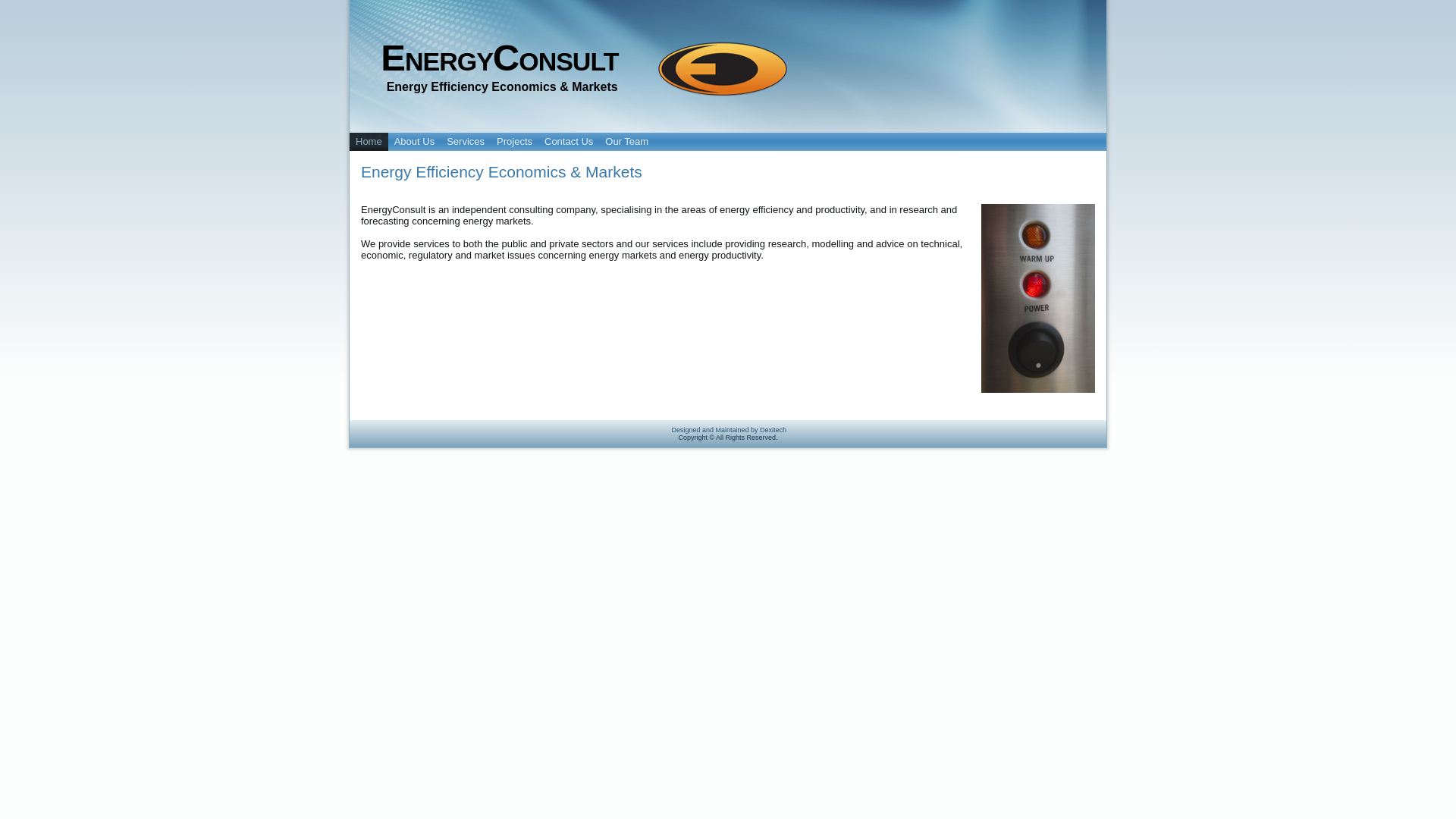 The image size is (1456, 819). I want to click on 'Home', so click(369, 141).